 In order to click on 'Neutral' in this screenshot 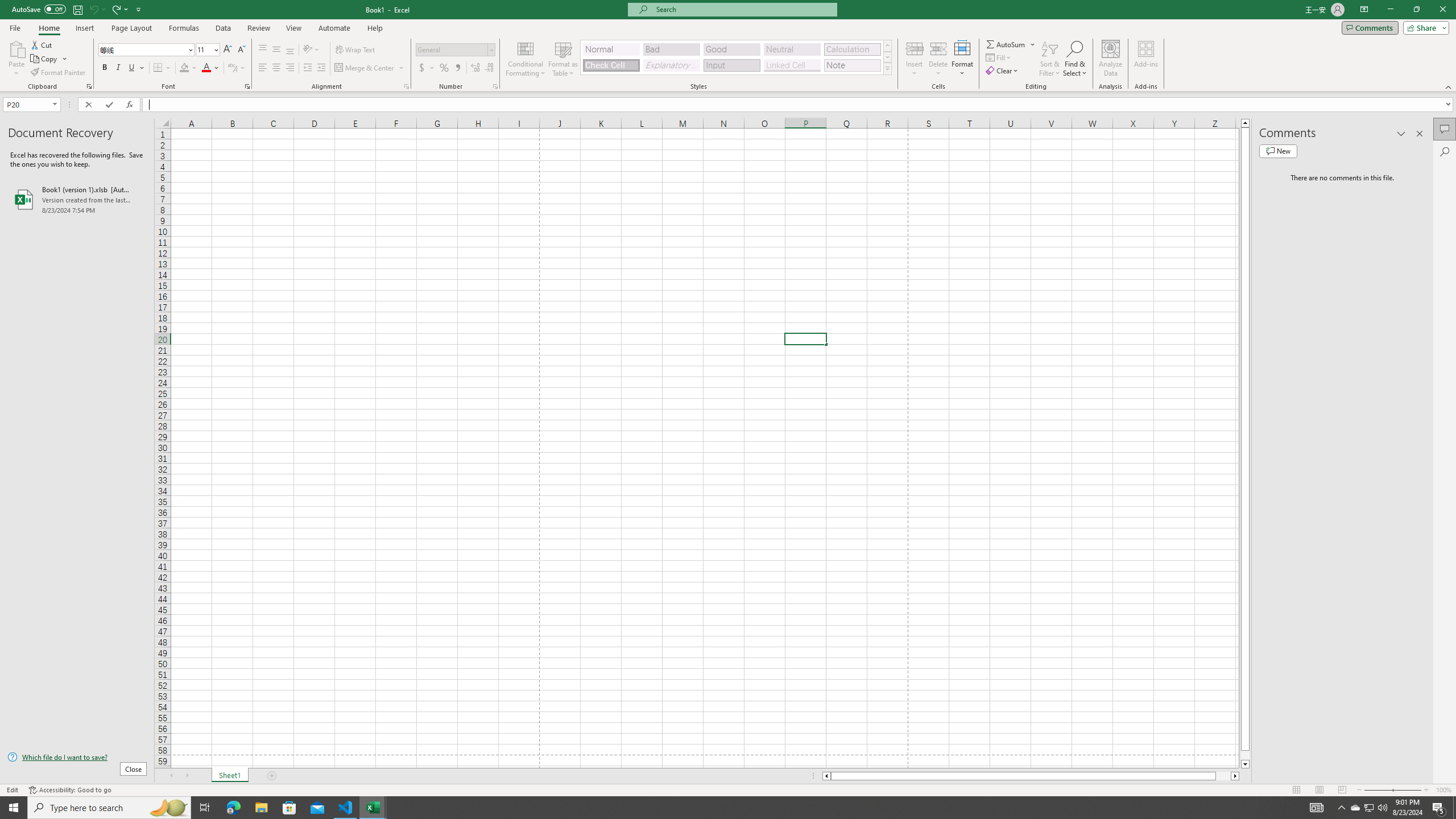, I will do `click(791, 49)`.